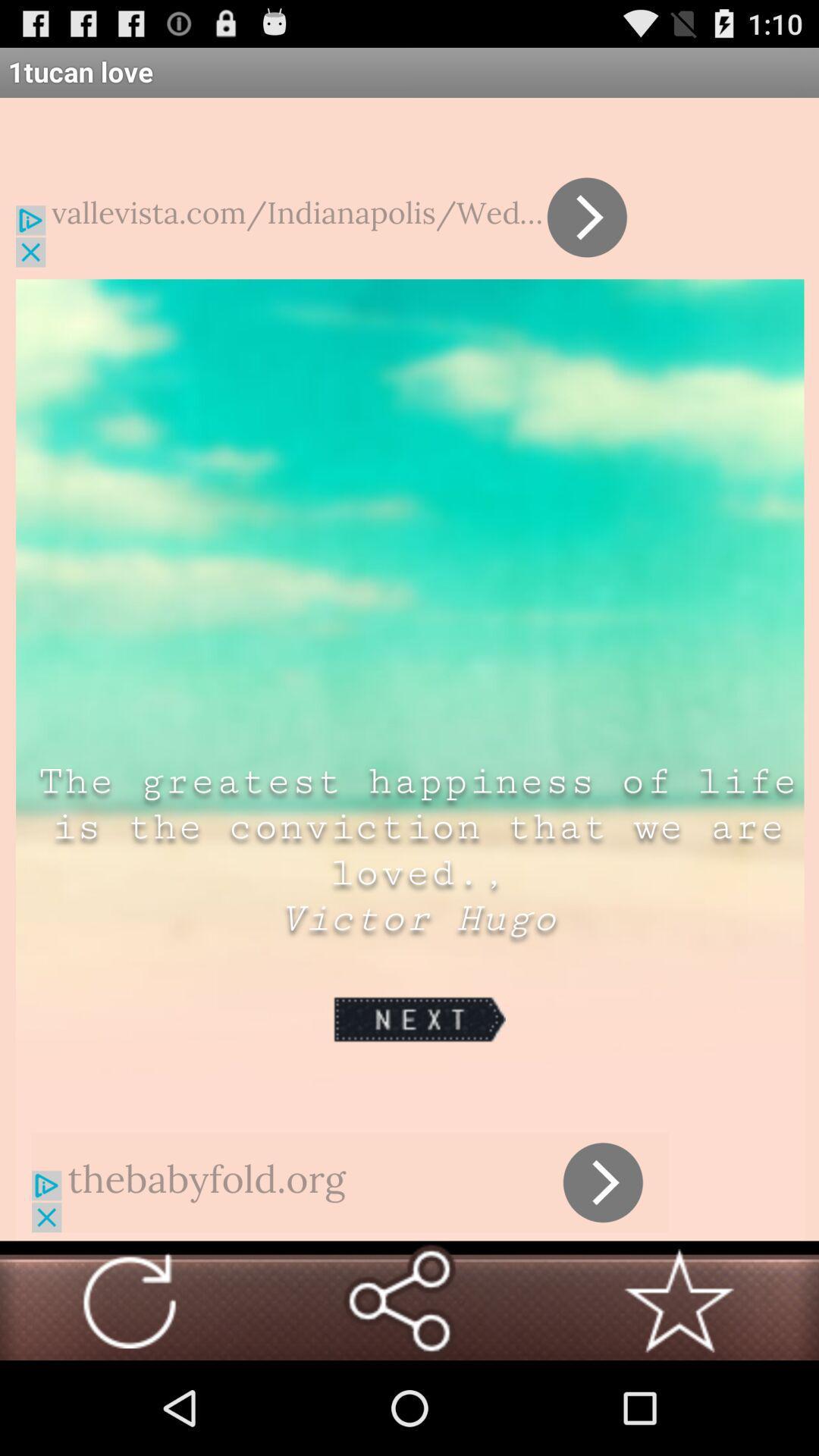 Image resolution: width=819 pixels, height=1456 pixels. What do you see at coordinates (678, 1300) in the screenshot?
I see `quote to favorite` at bounding box center [678, 1300].